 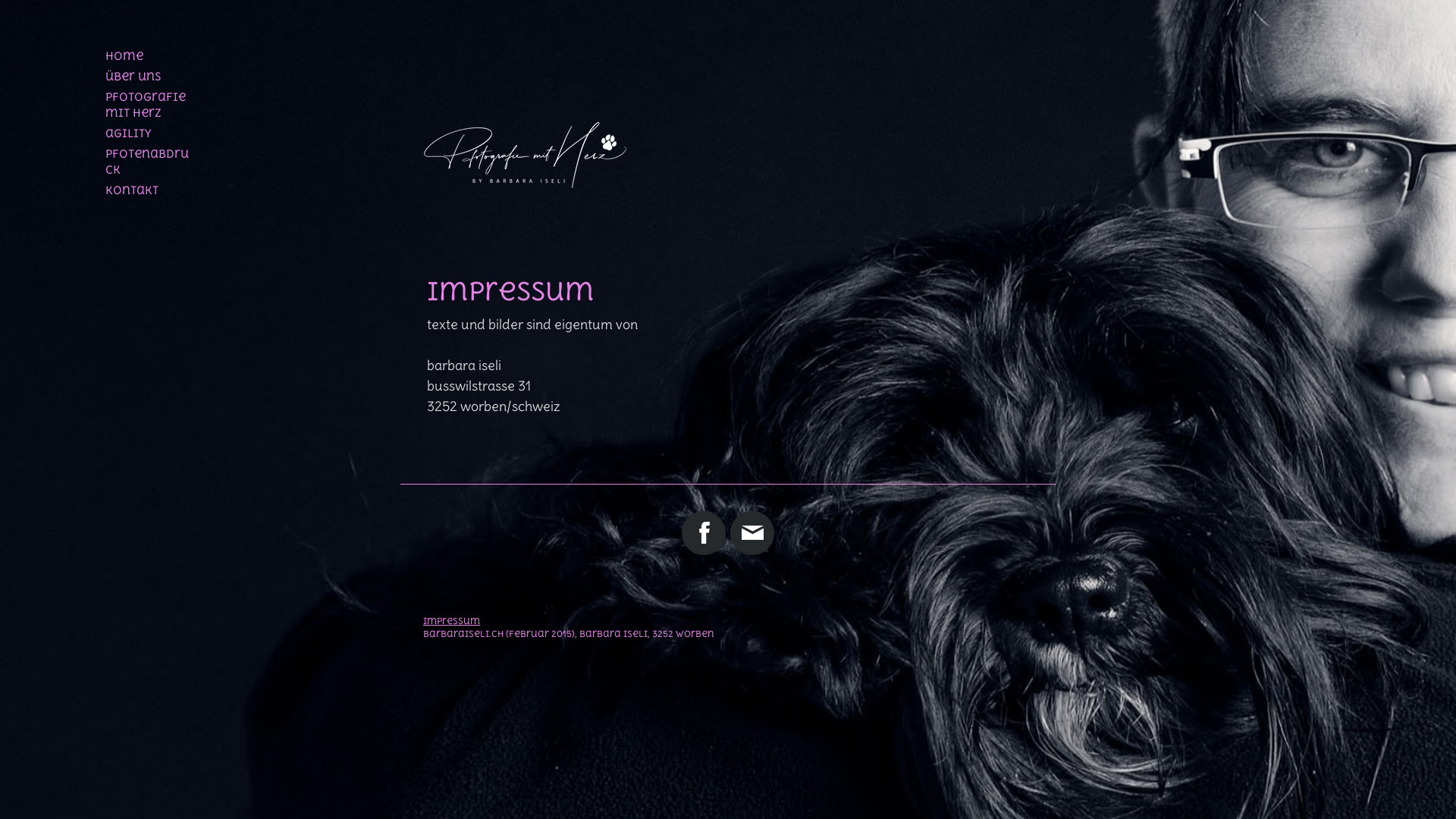 What do you see at coordinates (149, 132) in the screenshot?
I see `'agility'` at bounding box center [149, 132].